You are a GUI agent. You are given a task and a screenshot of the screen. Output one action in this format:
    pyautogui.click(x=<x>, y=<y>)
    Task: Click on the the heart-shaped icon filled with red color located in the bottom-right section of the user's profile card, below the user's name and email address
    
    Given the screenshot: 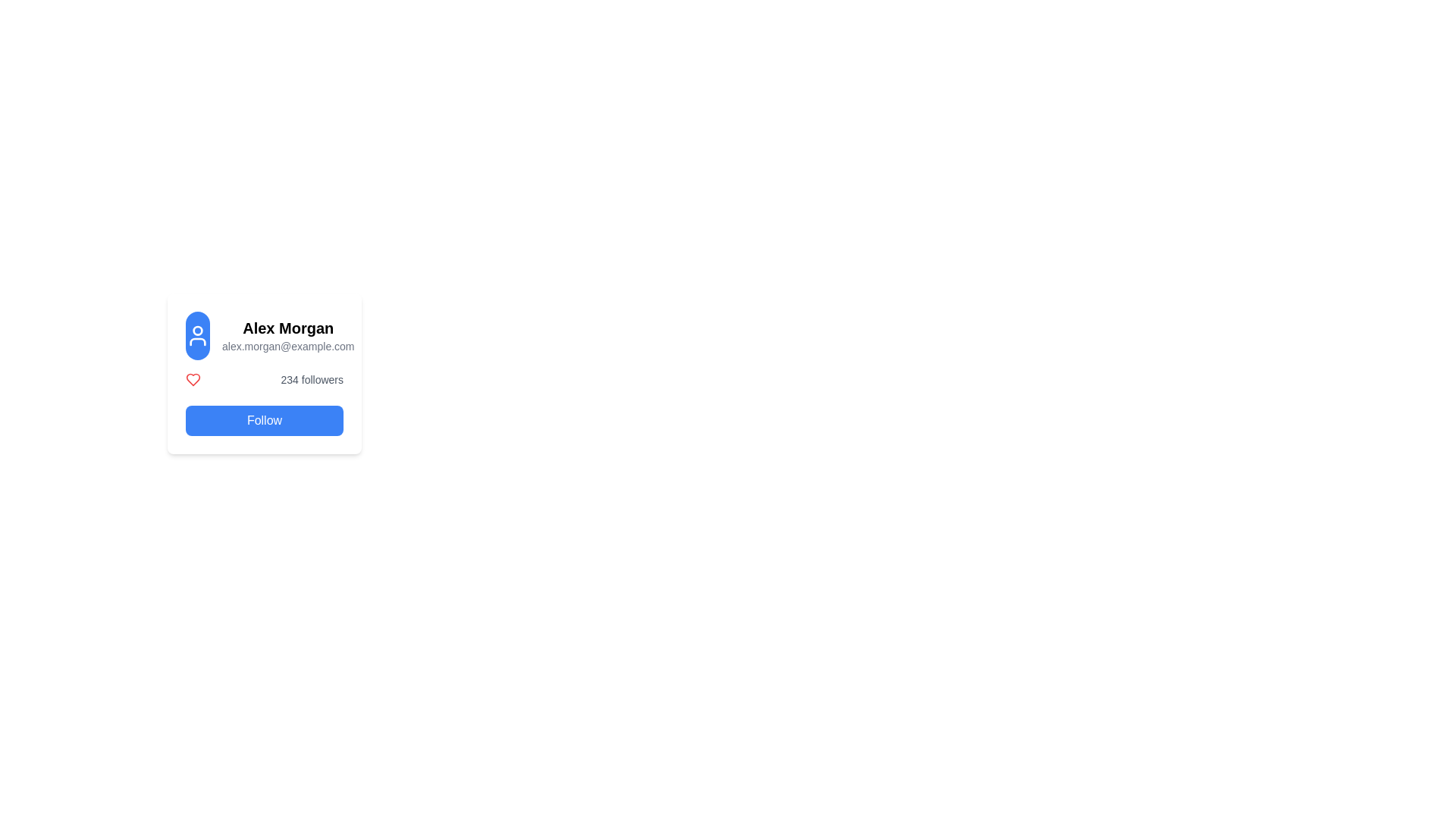 What is the action you would take?
    pyautogui.click(x=192, y=379)
    